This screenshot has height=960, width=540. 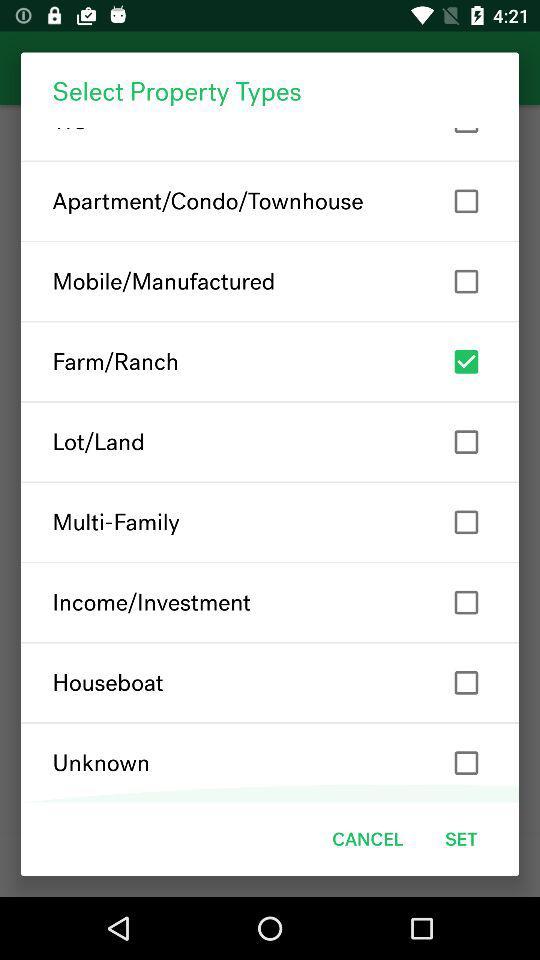 I want to click on the multi-family icon, so click(x=270, y=521).